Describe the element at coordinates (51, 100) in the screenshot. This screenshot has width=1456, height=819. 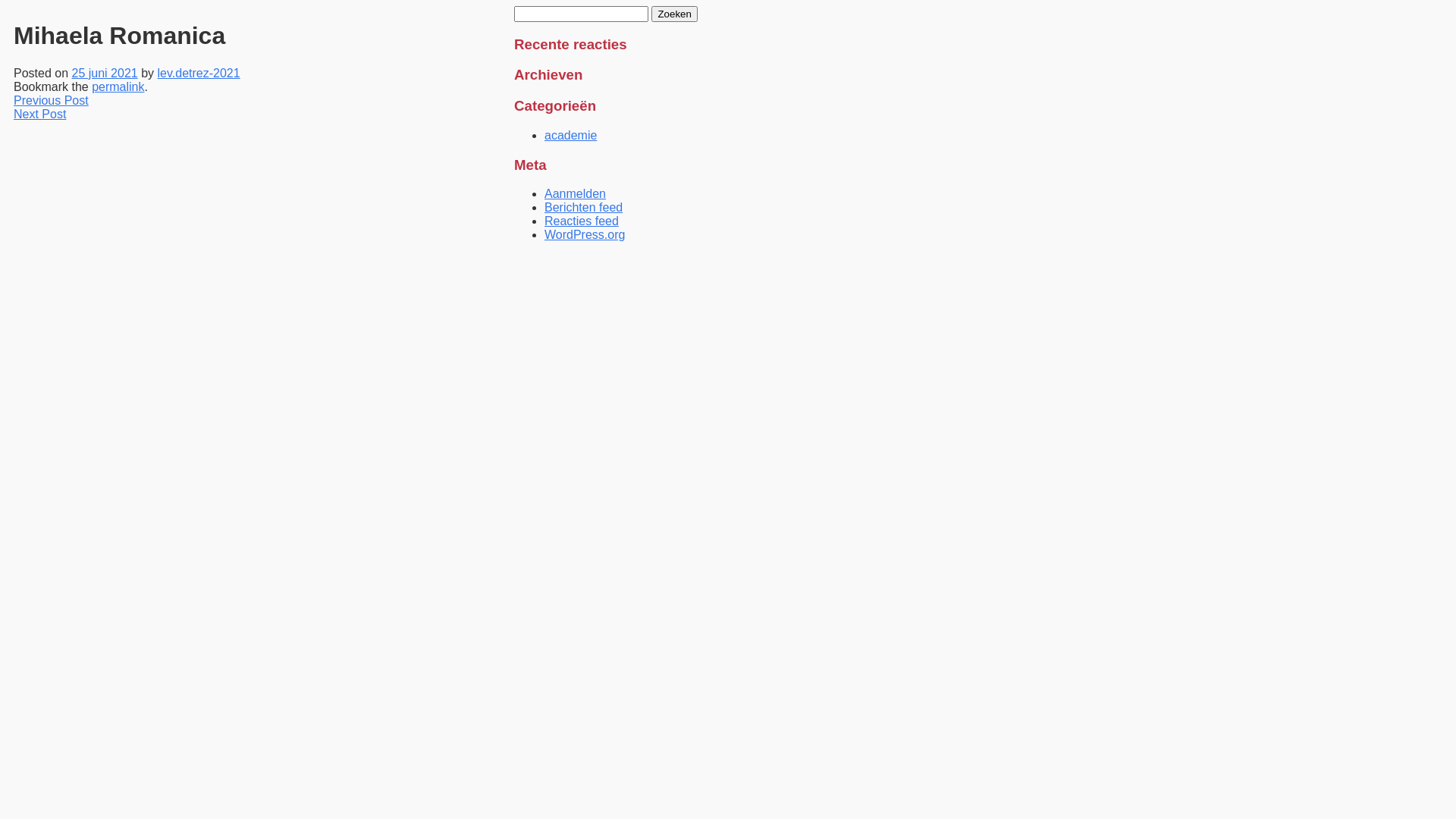
I see `'Previous Post'` at that location.